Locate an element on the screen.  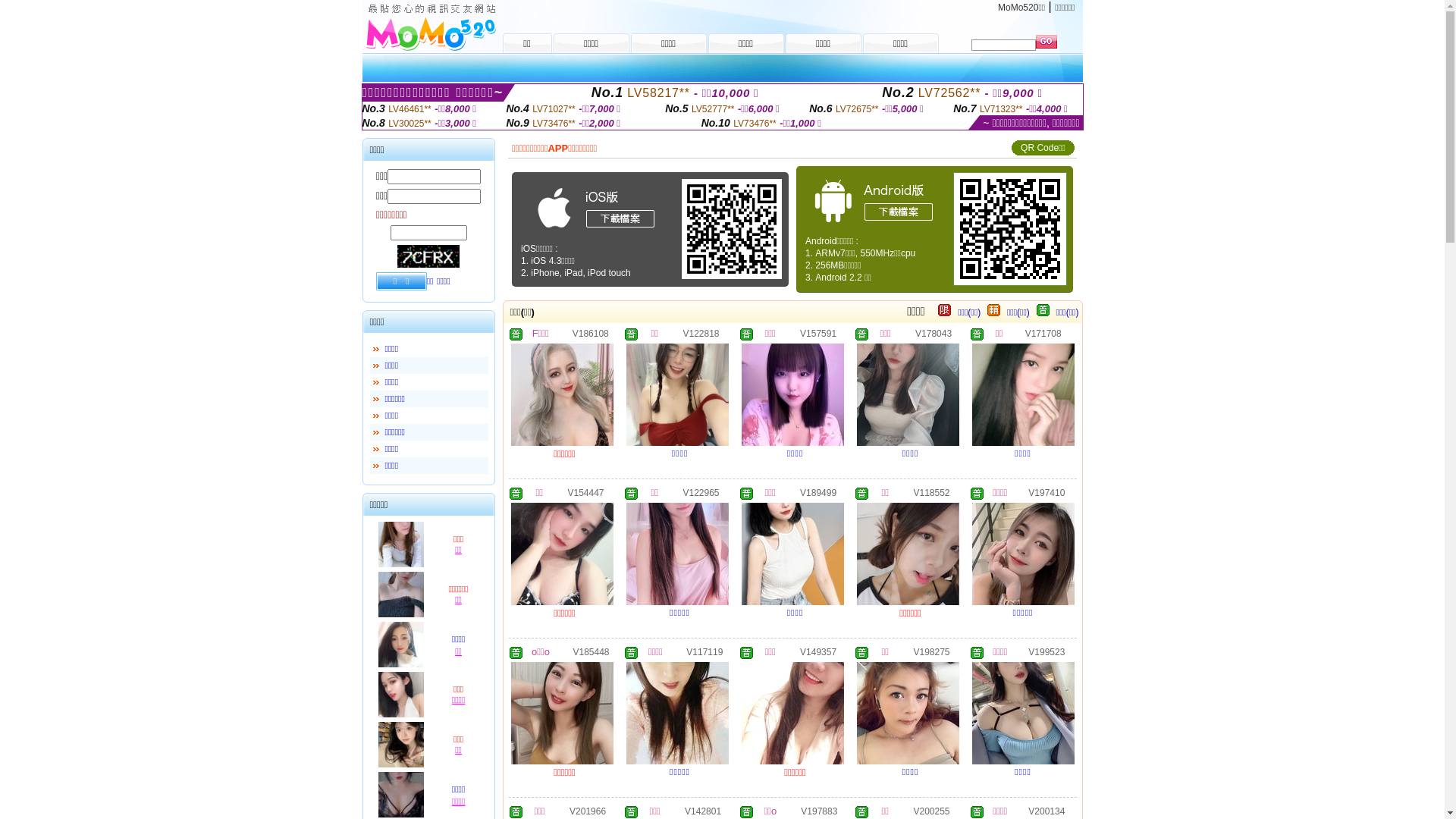
'V171708' is located at coordinates (1043, 332).